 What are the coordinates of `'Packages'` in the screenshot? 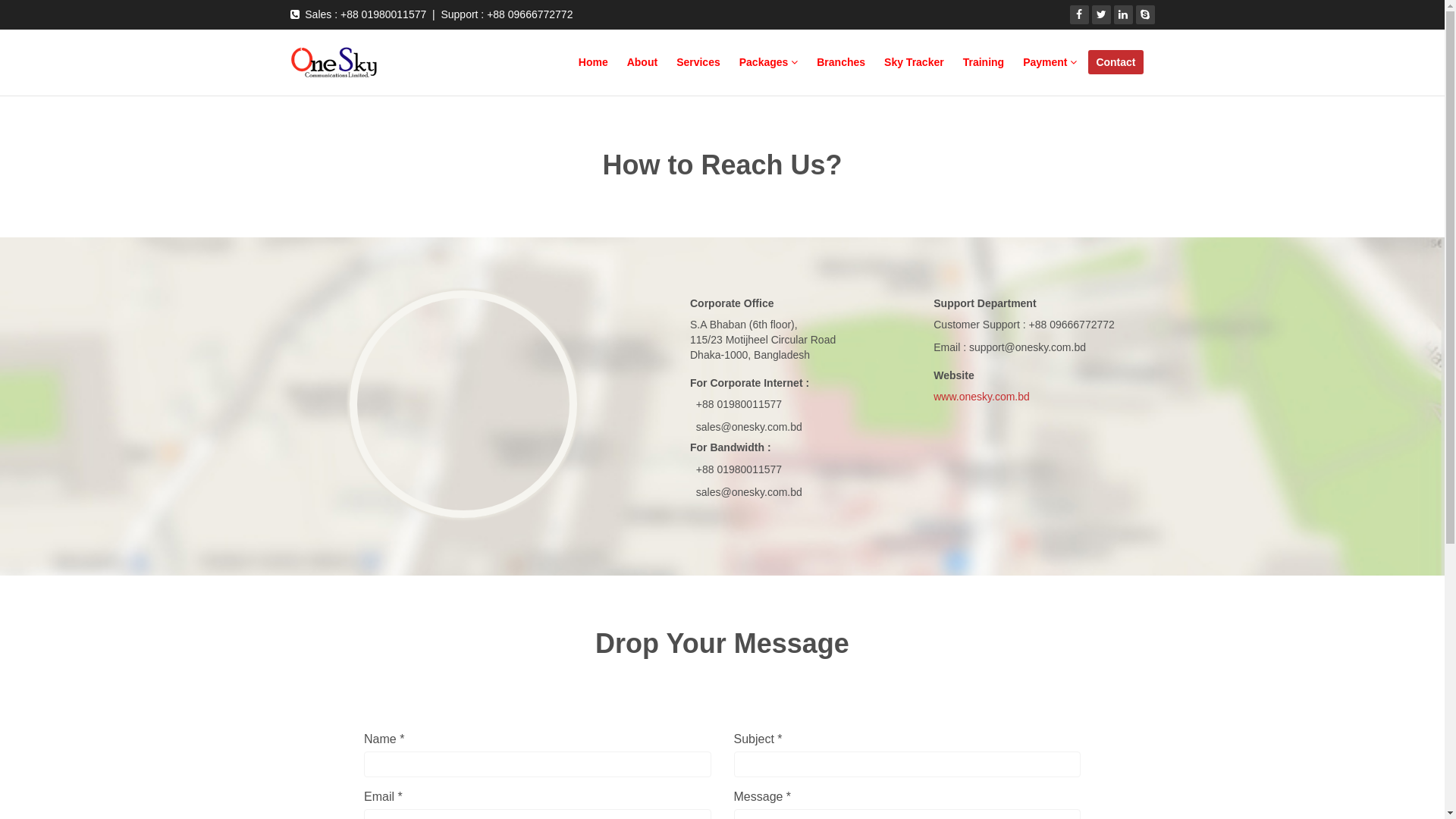 It's located at (768, 61).